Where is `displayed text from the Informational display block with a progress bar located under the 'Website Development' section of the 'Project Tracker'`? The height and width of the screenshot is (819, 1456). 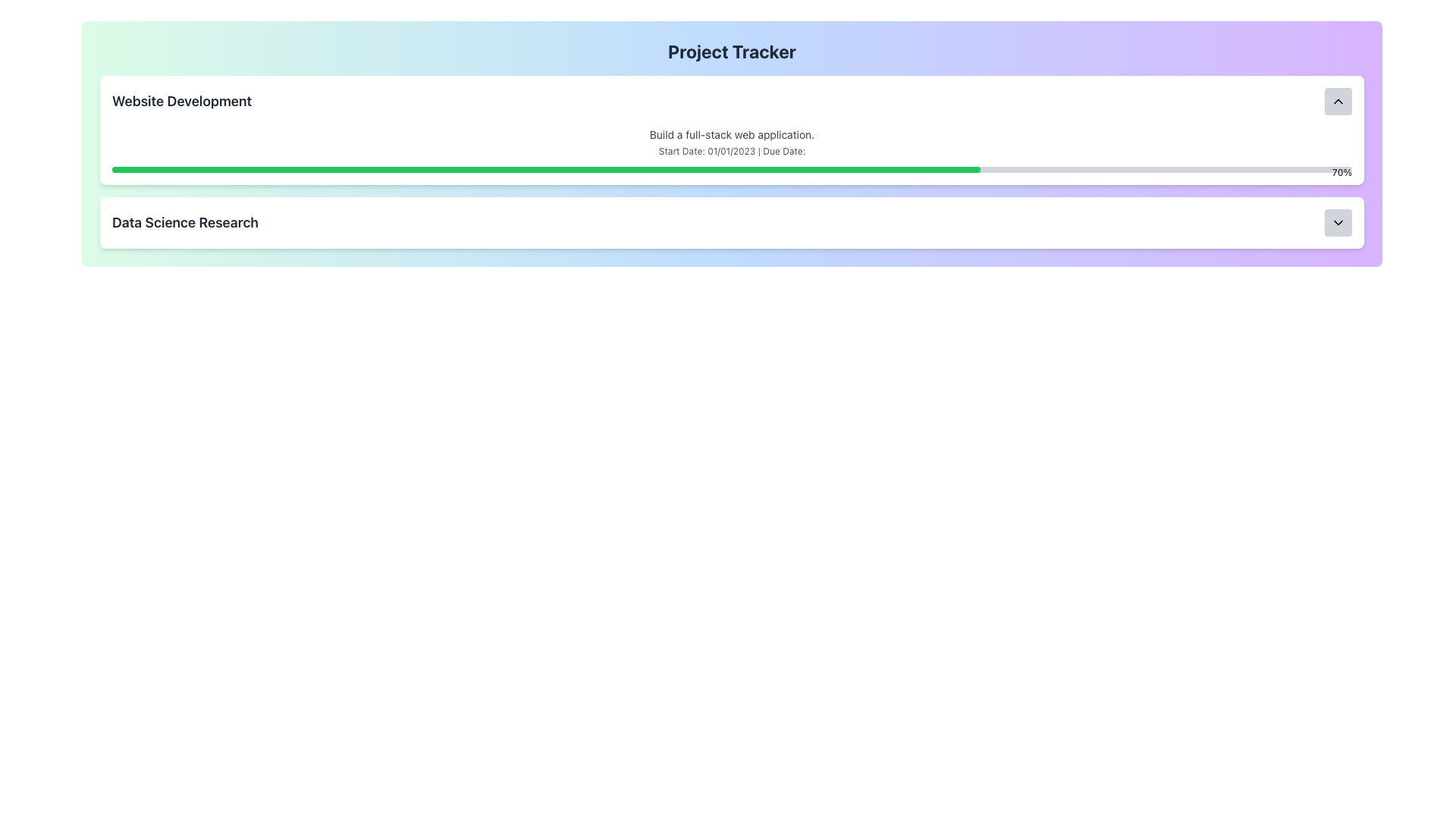
displayed text from the Informational display block with a progress bar located under the 'Website Development' section of the 'Project Tracker' is located at coordinates (732, 149).